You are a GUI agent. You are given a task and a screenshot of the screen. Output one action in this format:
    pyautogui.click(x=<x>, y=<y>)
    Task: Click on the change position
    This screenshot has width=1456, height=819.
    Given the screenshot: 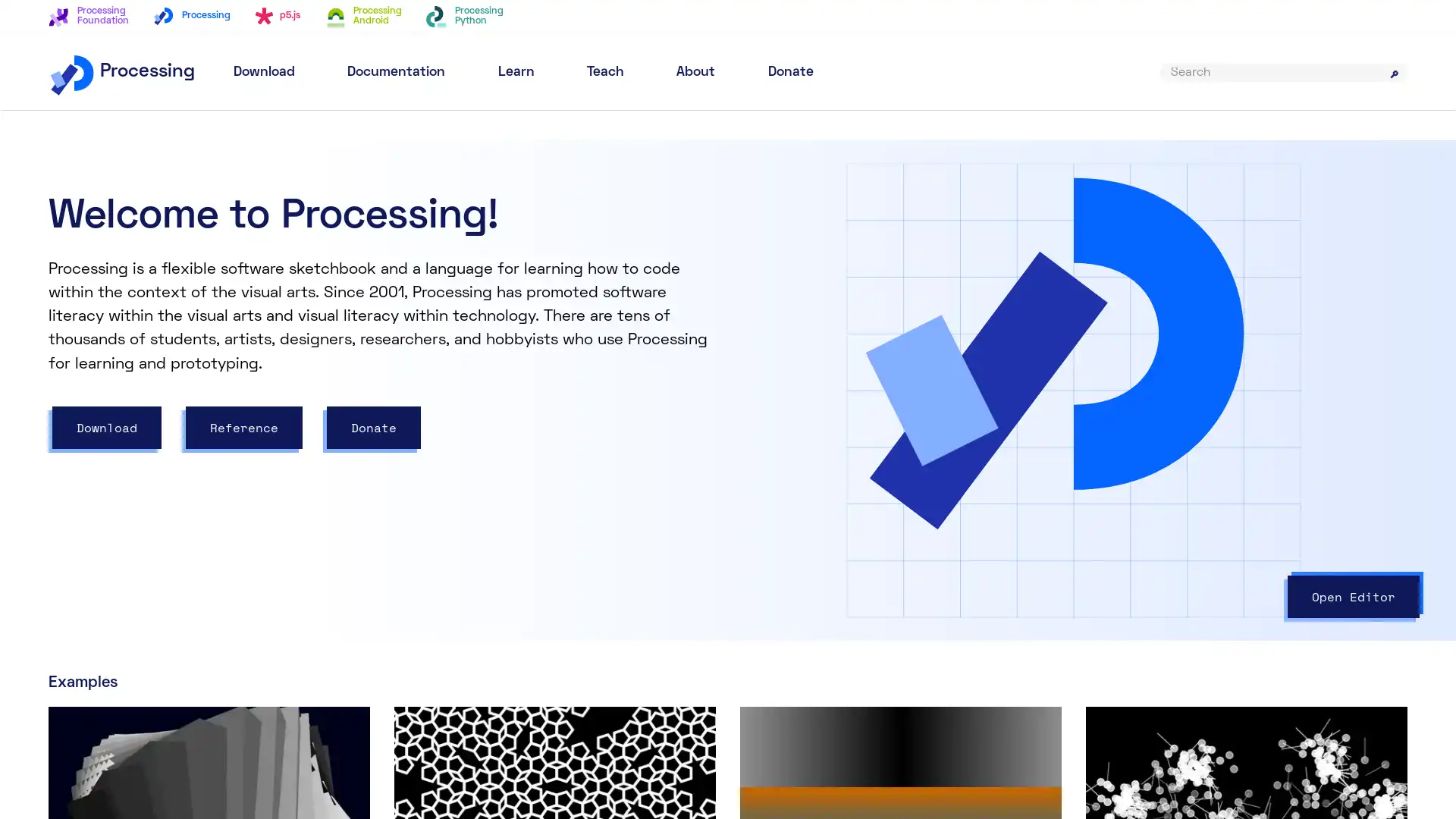 What is the action you would take?
    pyautogui.click(x=857, y=519)
    